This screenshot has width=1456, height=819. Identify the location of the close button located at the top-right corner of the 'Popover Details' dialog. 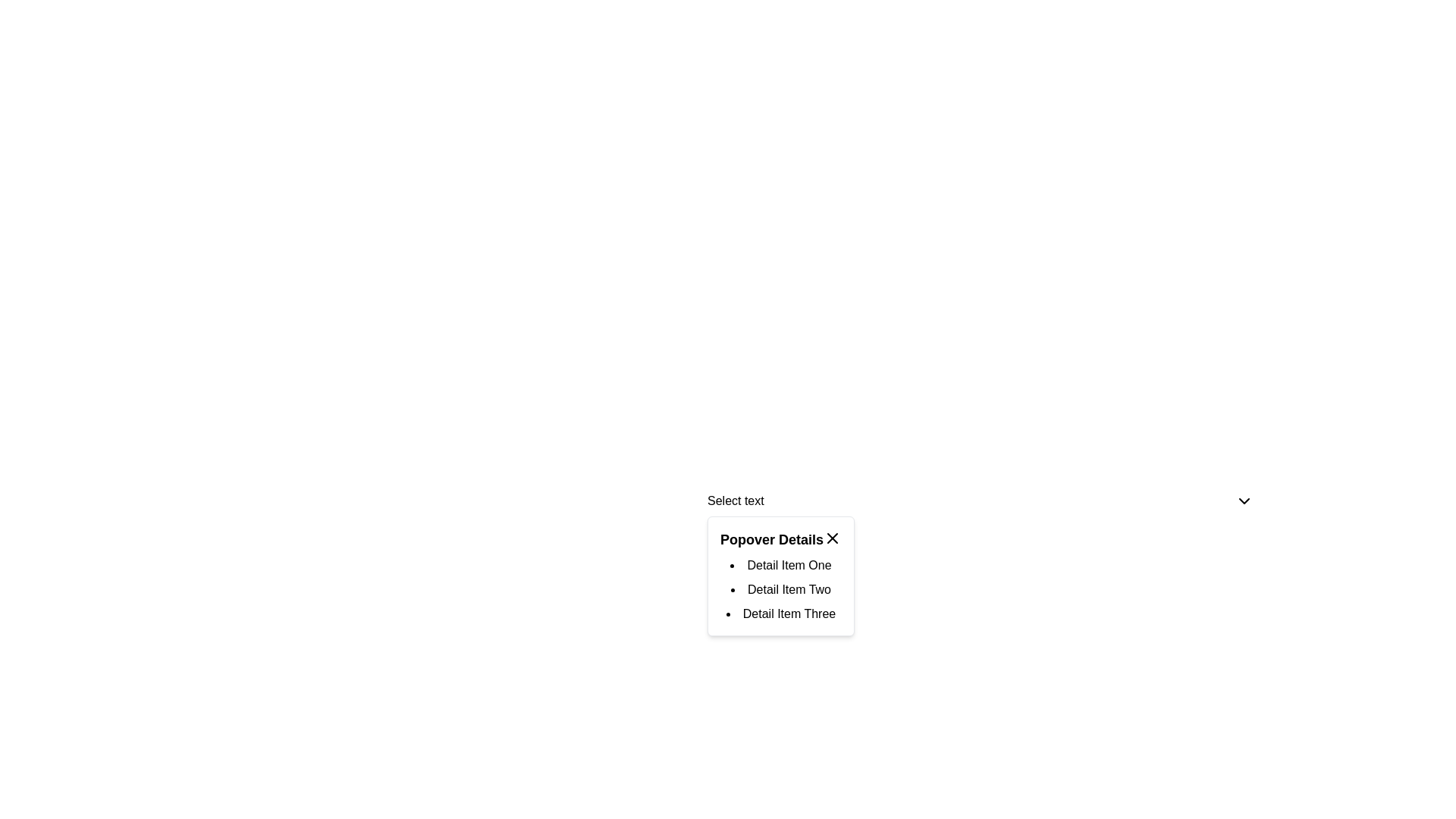
(832, 537).